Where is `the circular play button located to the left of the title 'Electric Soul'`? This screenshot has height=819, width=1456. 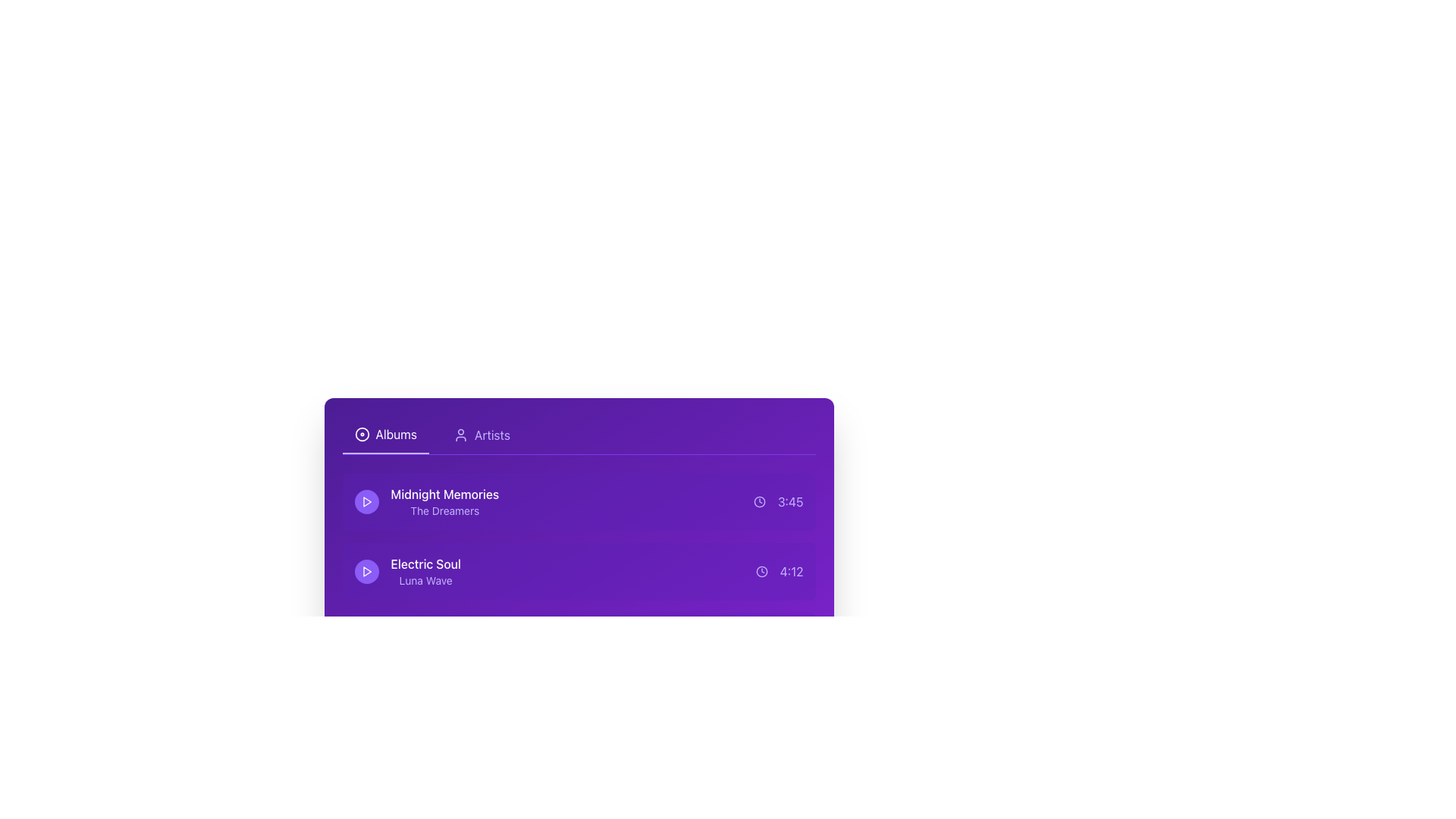 the circular play button located to the left of the title 'Electric Soul' is located at coordinates (366, 571).